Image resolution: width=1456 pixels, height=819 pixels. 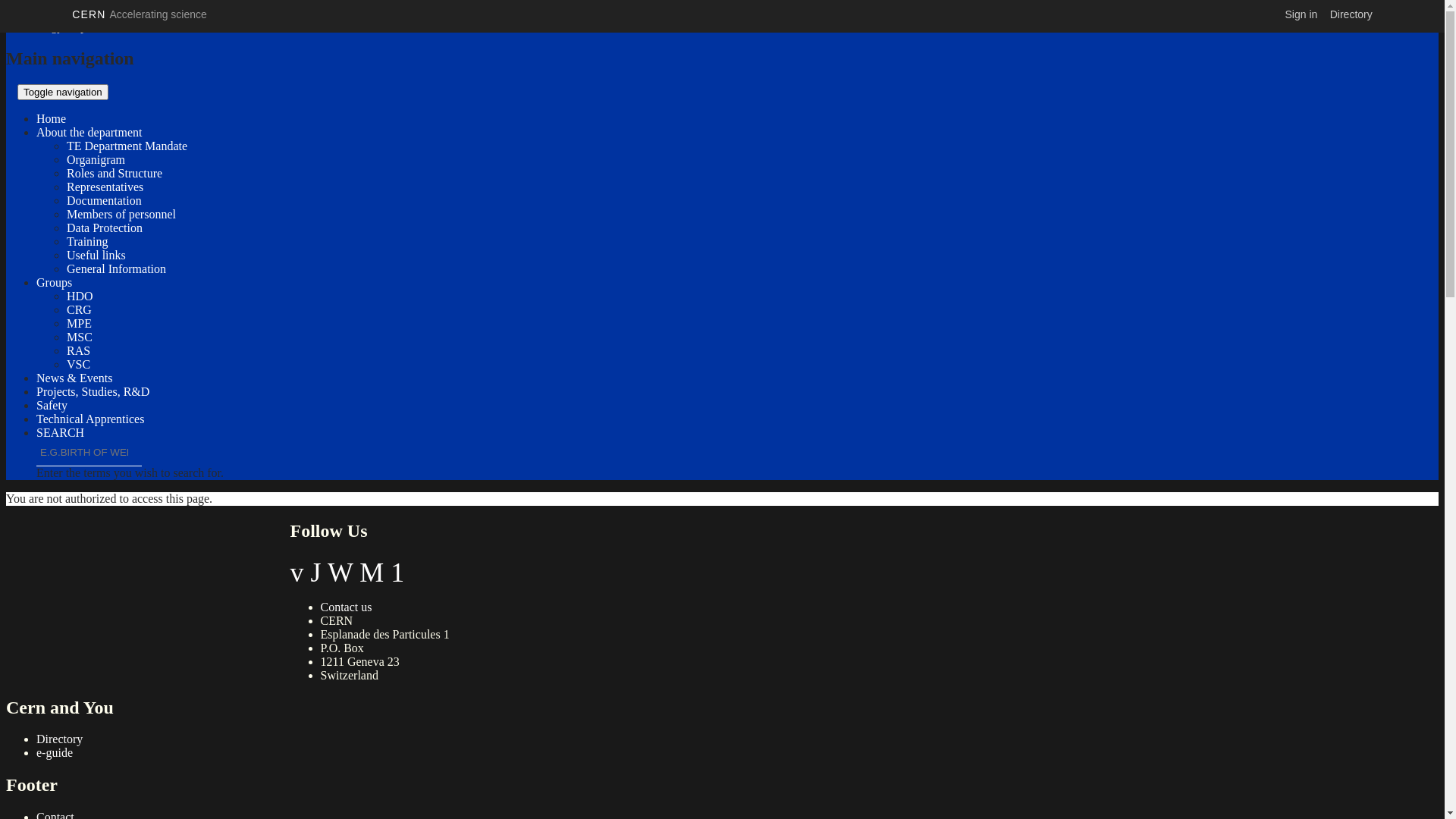 I want to click on 'Enter the terms you wish to search for.', so click(x=36, y=452).